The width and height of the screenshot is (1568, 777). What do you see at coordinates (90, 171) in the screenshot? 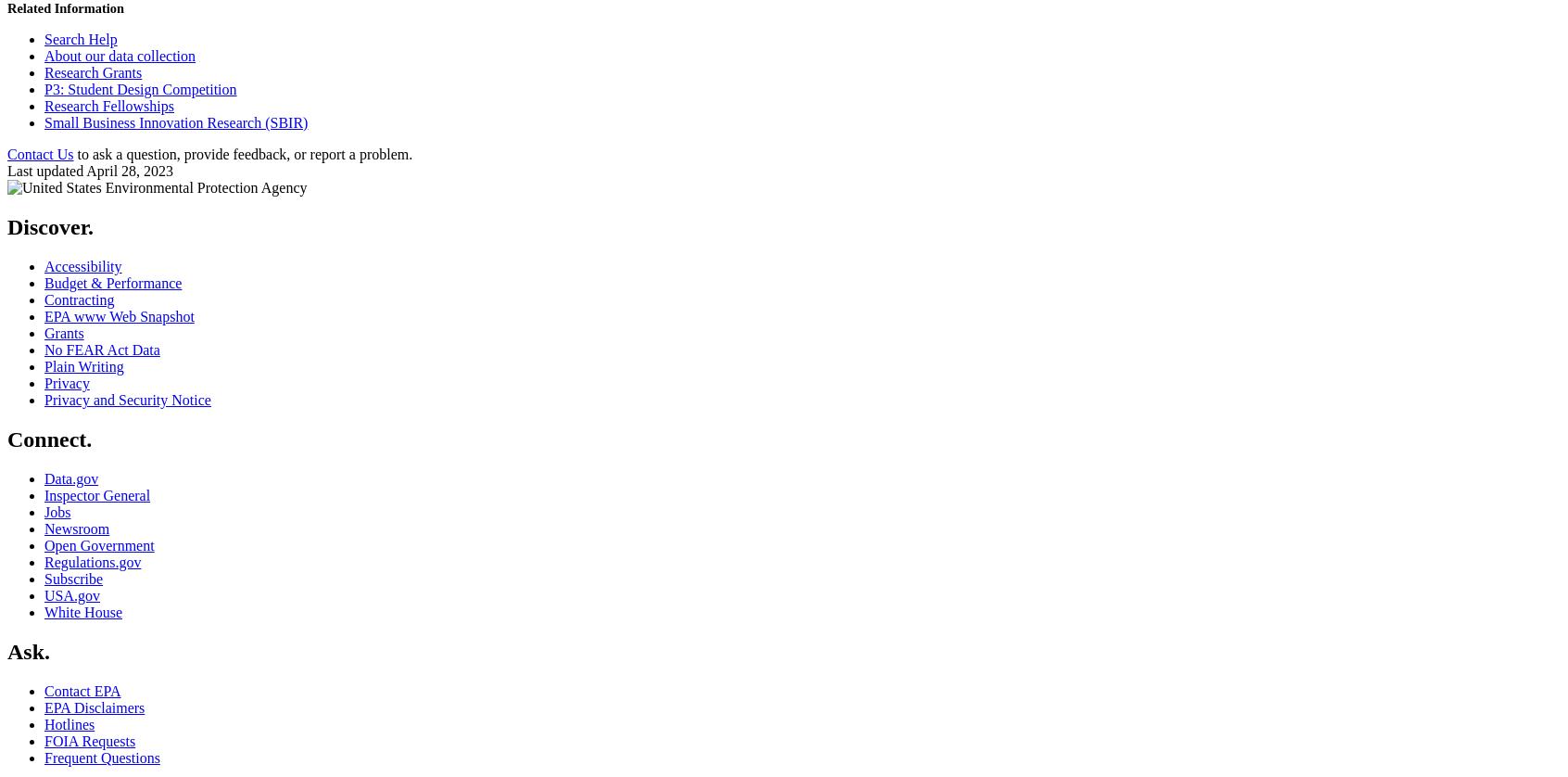
I see `'Last updated April 28, 2023'` at bounding box center [90, 171].